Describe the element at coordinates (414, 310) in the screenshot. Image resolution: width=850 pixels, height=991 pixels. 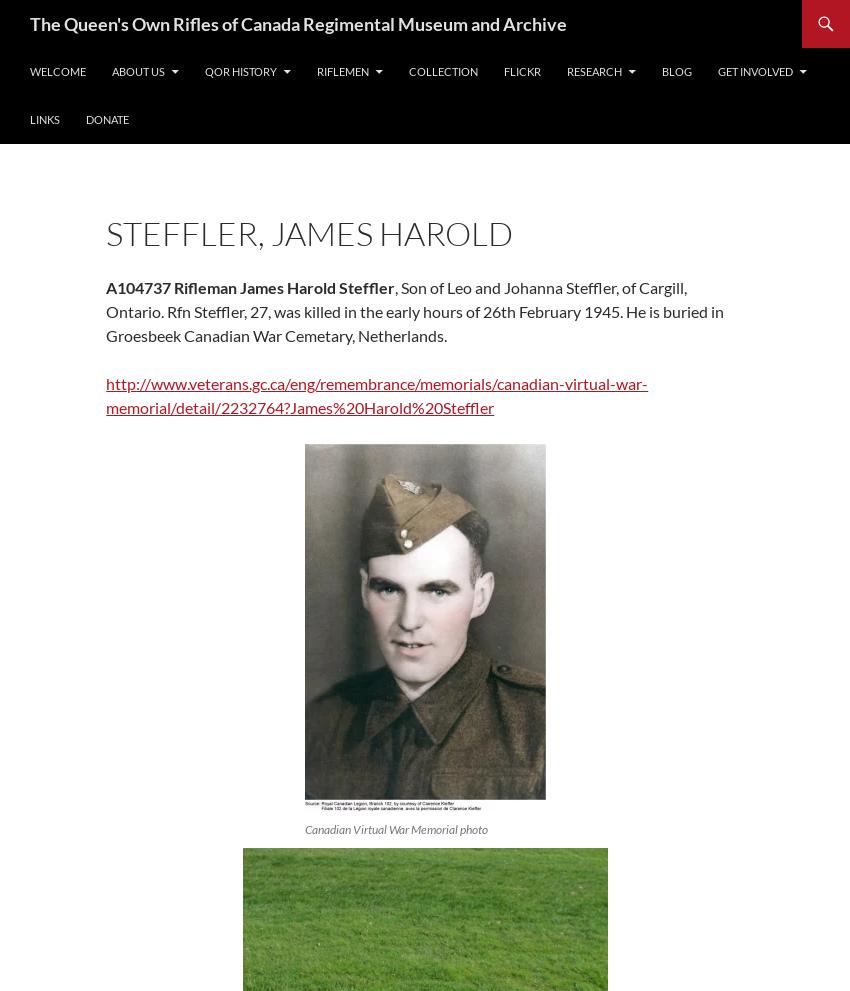
I see `', Son of Leo and Johanna Steffler, of Cargill, Ontario. Rfn Steffler, 27, was killed in the early hours of 26th February 1945. He is buried in Groesbeek Canadian War Cemetary, Netherlands.'` at that location.